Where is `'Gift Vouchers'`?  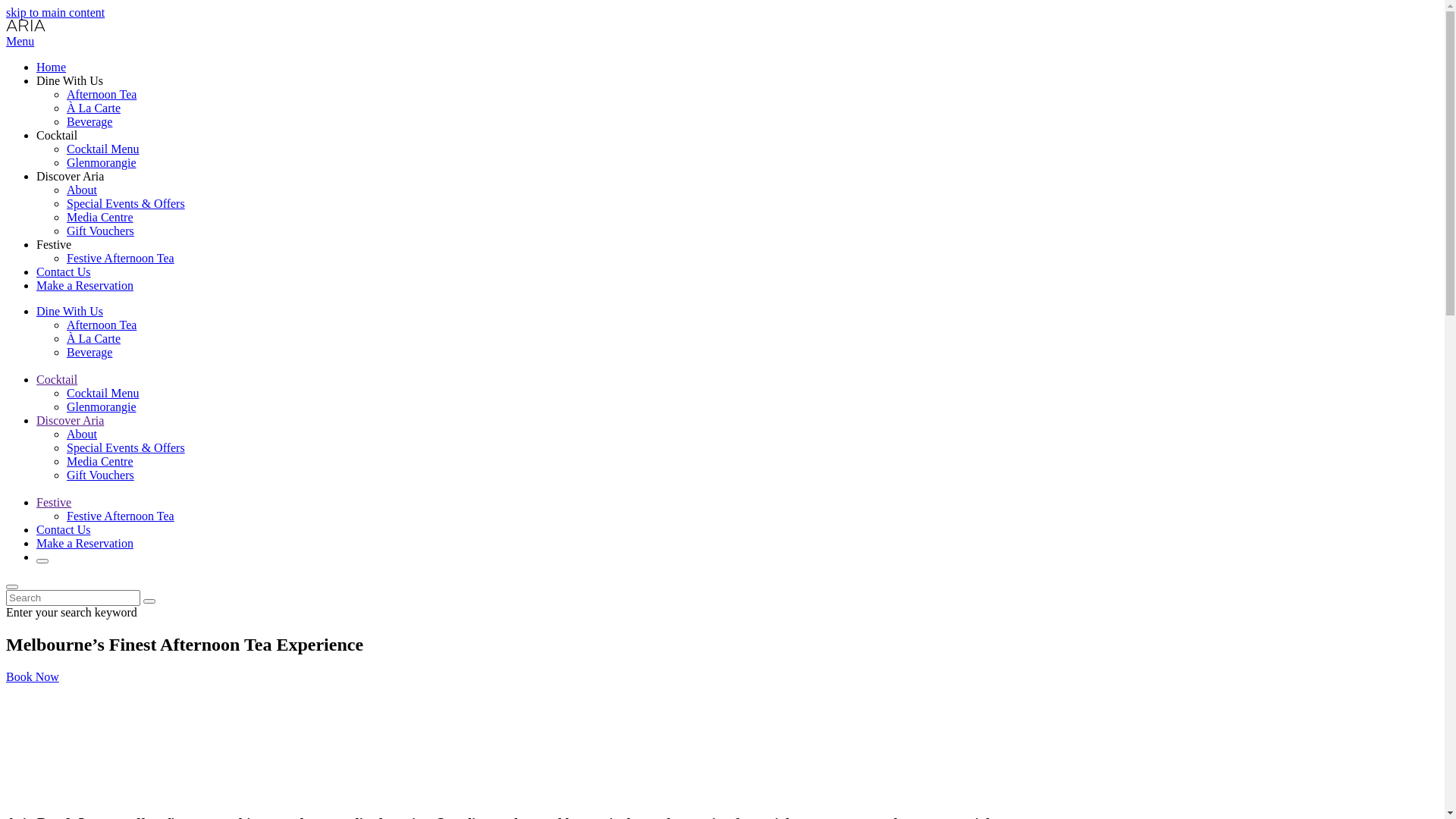 'Gift Vouchers' is located at coordinates (99, 474).